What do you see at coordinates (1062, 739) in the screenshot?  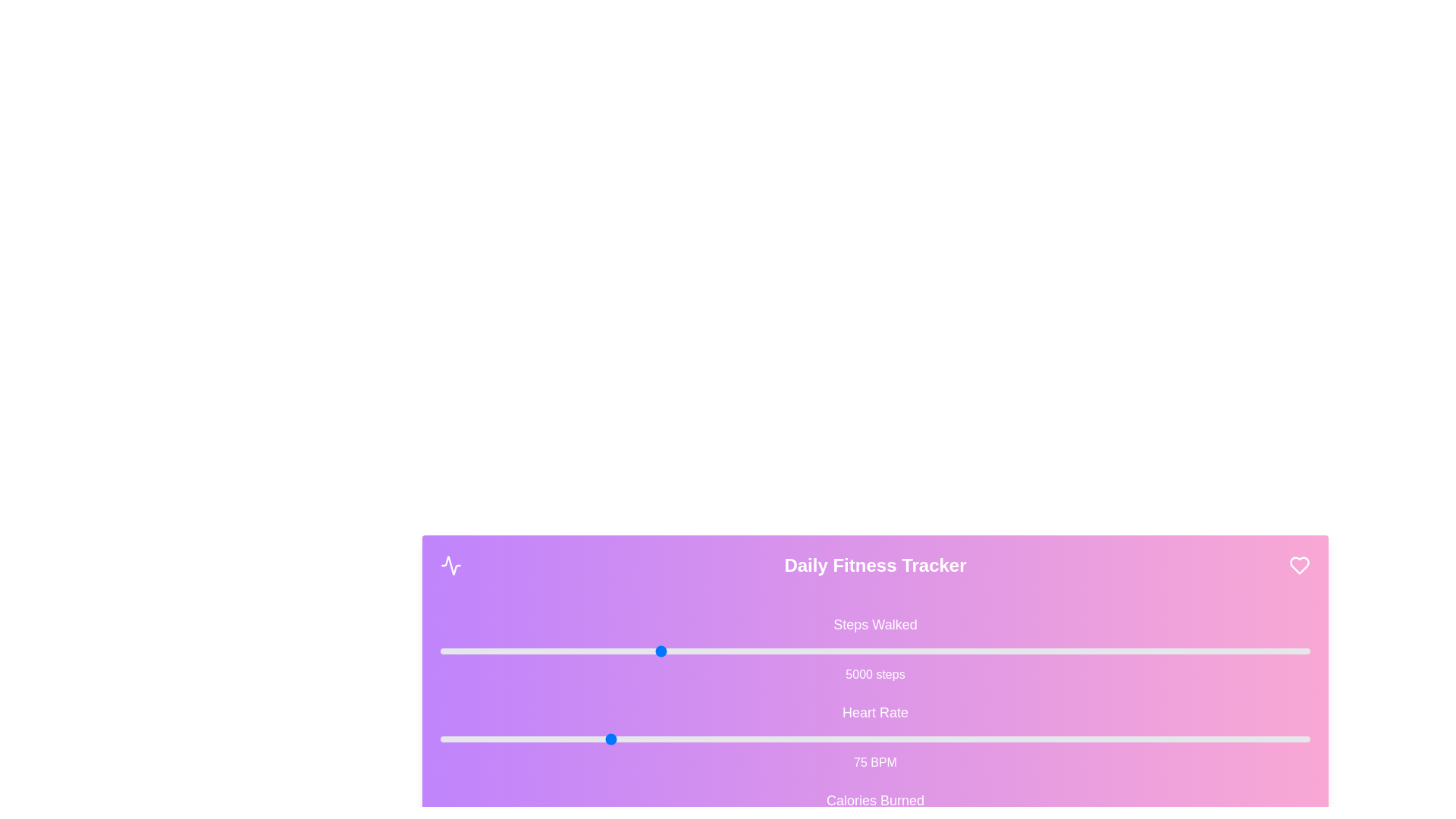 I see `the 'Heart Rate' slider to 143 BPM` at bounding box center [1062, 739].